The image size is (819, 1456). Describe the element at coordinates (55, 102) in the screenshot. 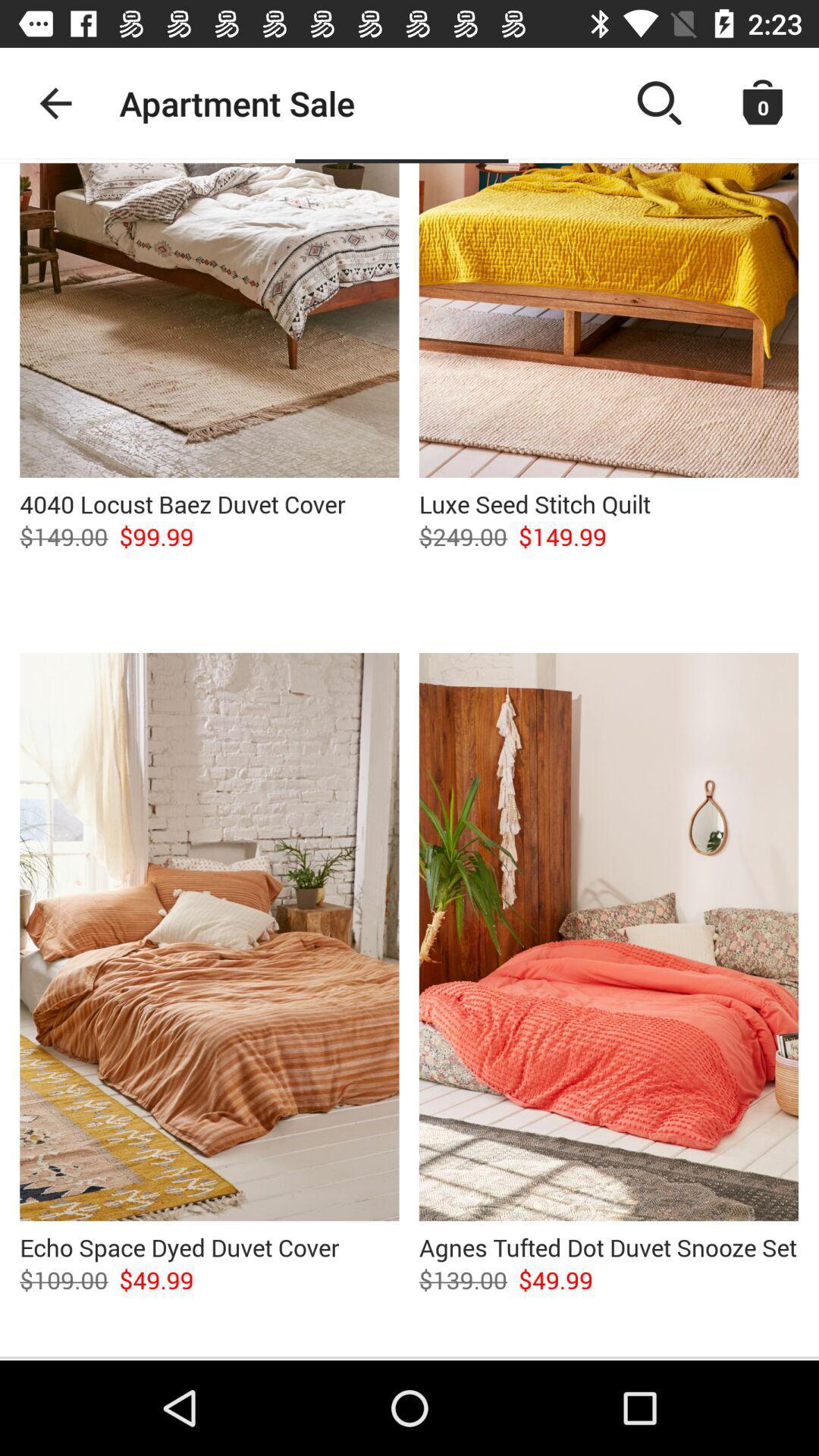

I see `icon next to apartment sale icon` at that location.